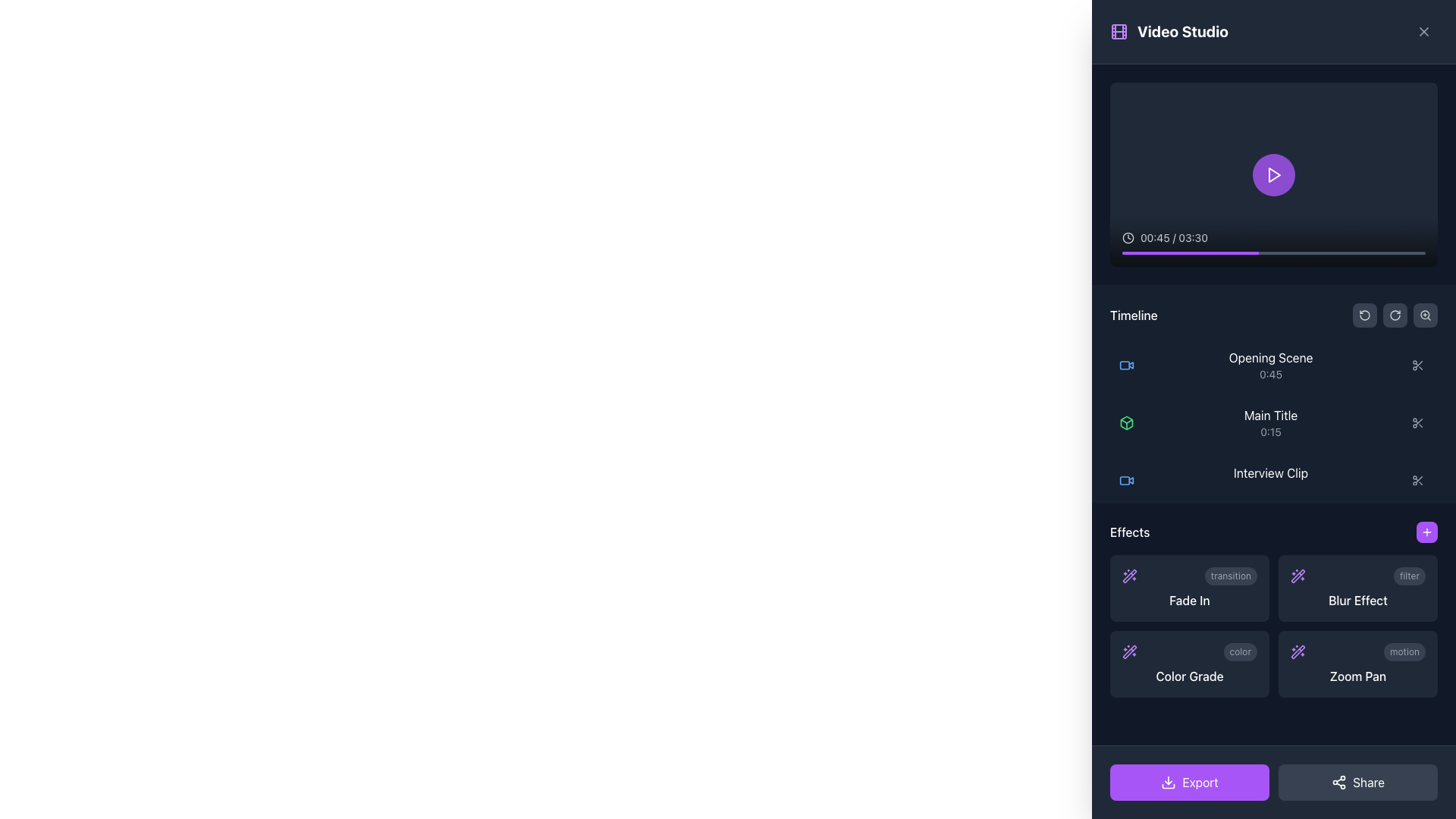  What do you see at coordinates (1417, 423) in the screenshot?
I see `the scissors icon button located in the 'Timeline' region` at bounding box center [1417, 423].